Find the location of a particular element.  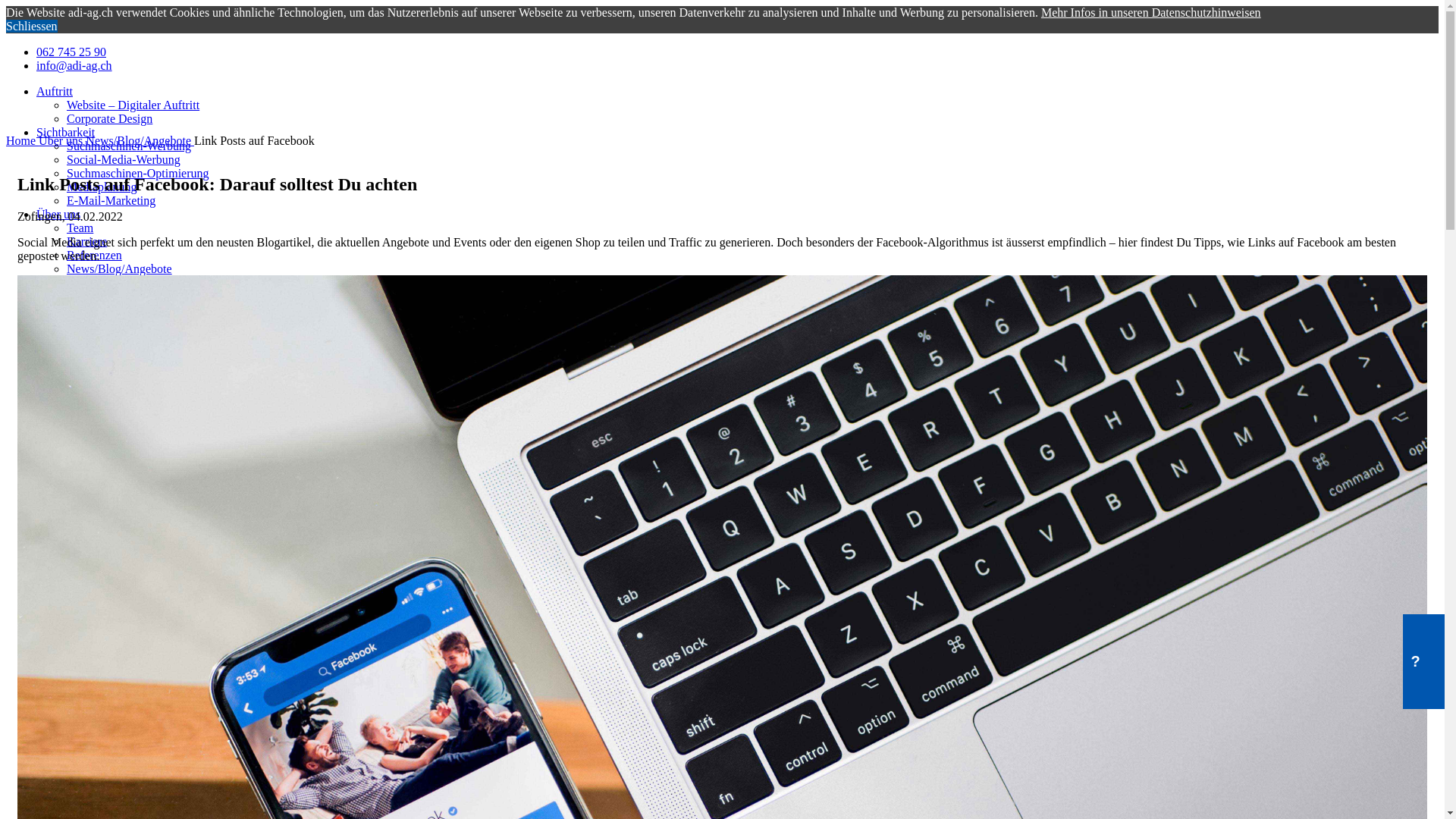

'Suchmaschinen-Werbung' is located at coordinates (128, 146).